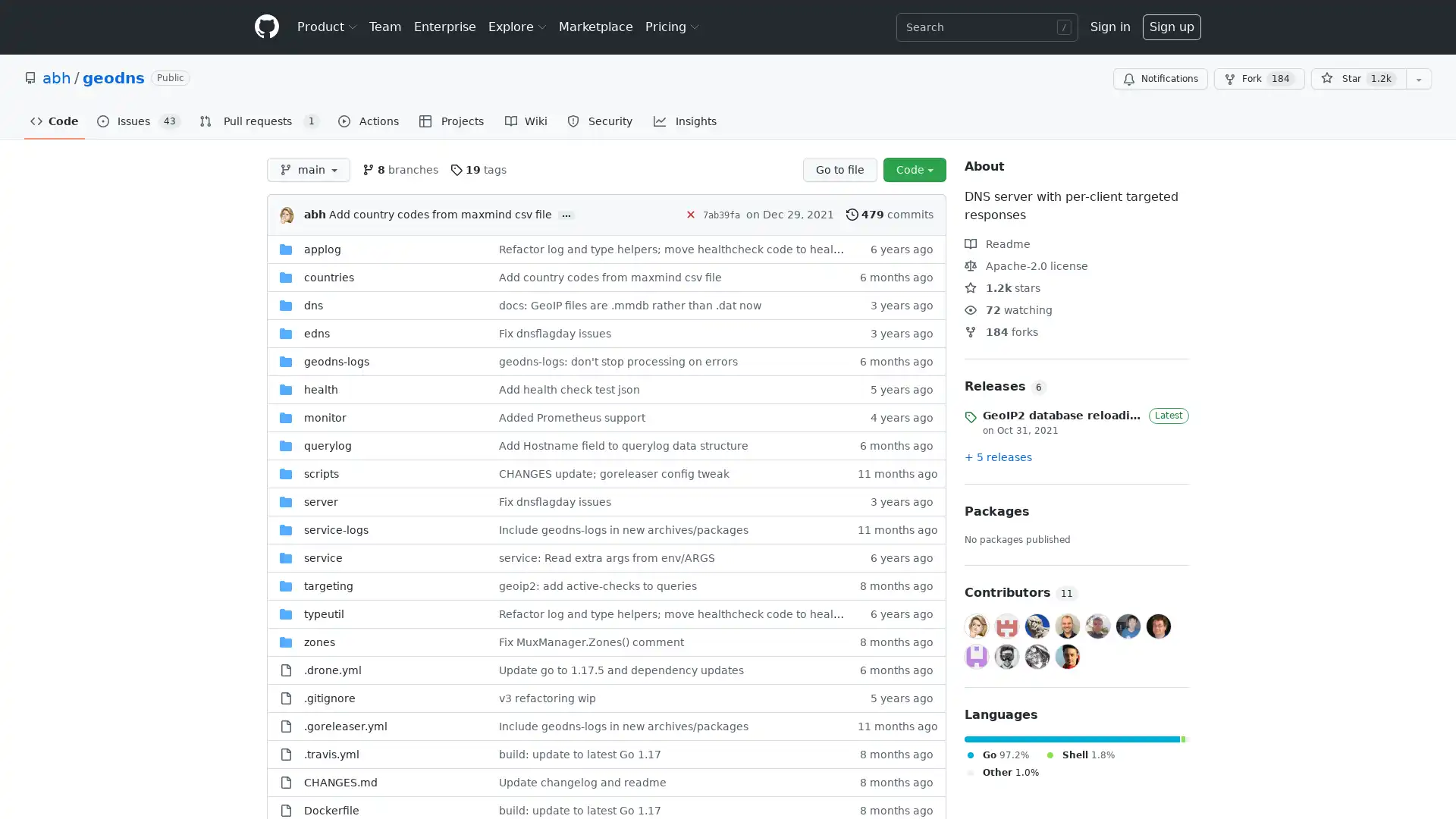  Describe the element at coordinates (566, 215) in the screenshot. I see `...` at that location.